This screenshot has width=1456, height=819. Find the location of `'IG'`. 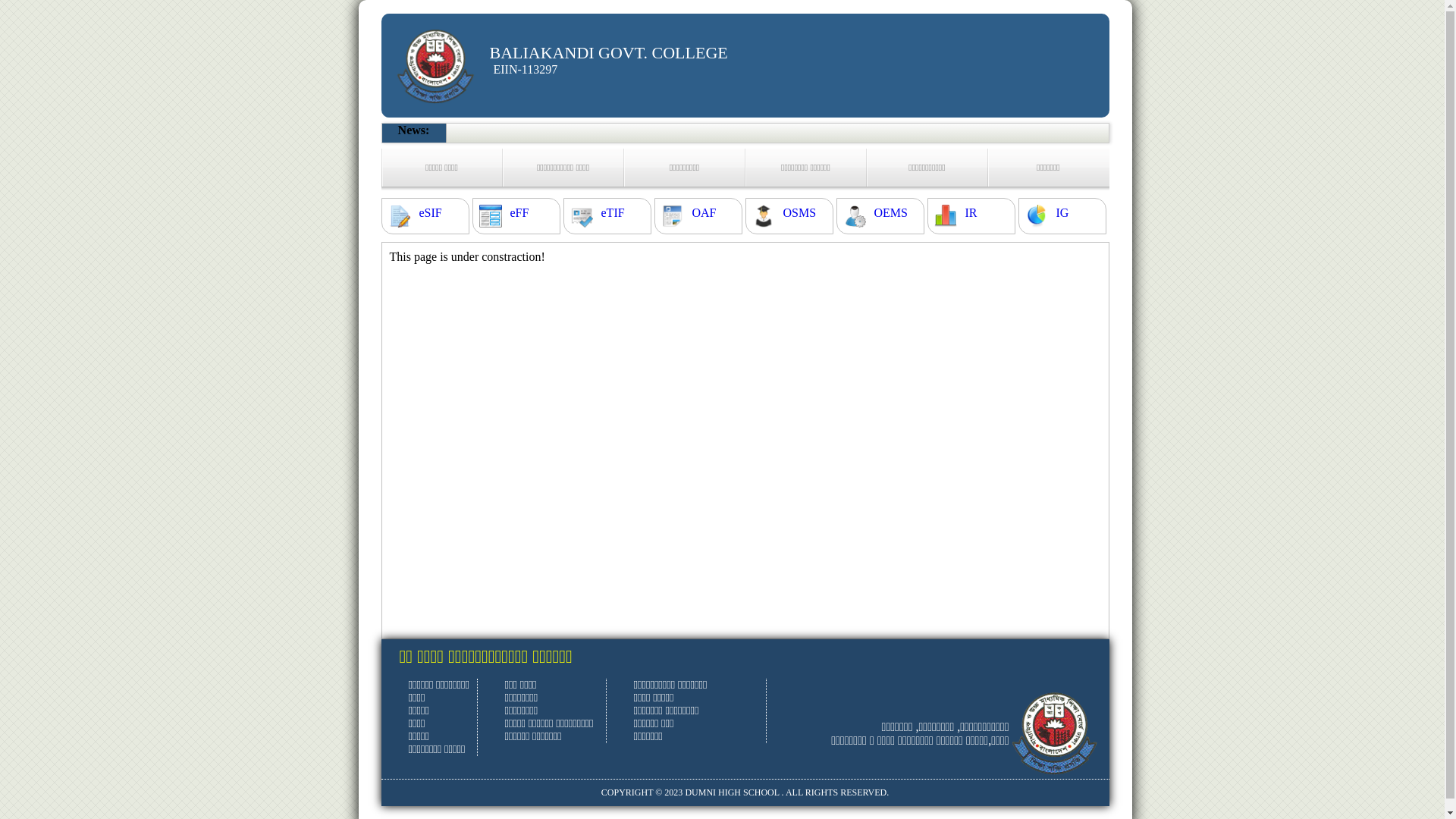

'IG' is located at coordinates (1061, 213).